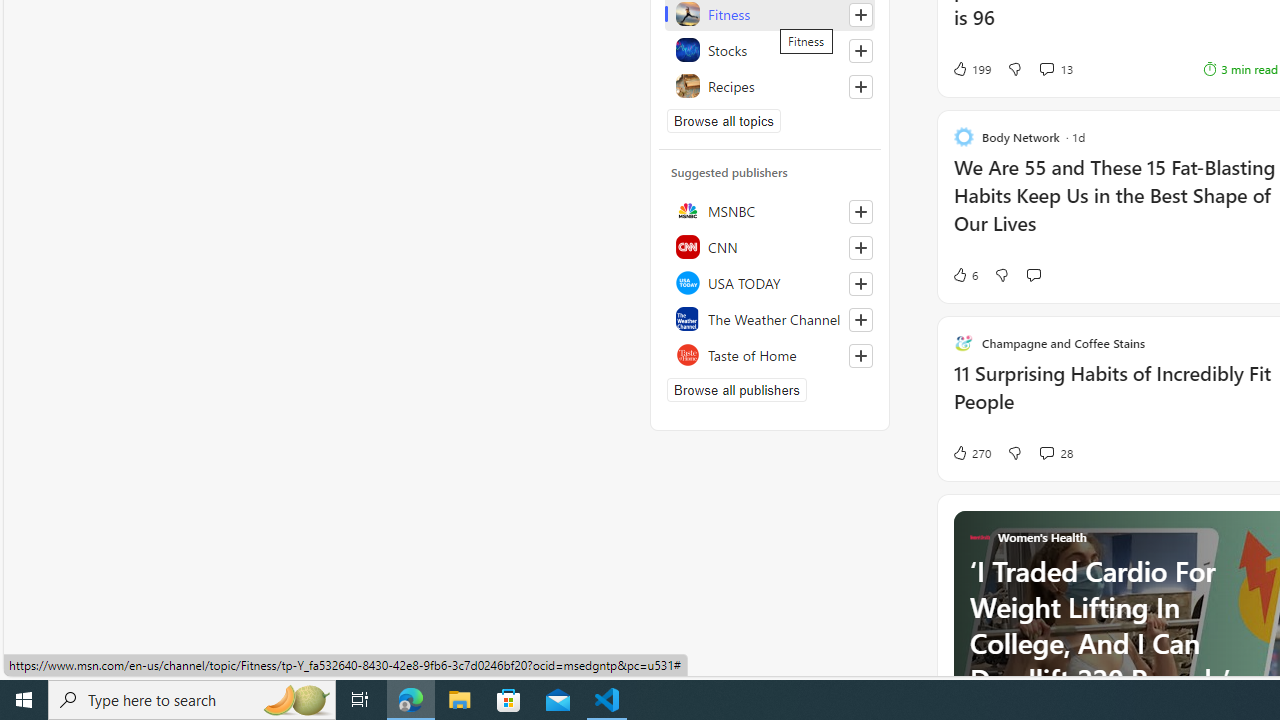  Describe the element at coordinates (1045, 452) in the screenshot. I see `'View comments 28 Comment'` at that location.